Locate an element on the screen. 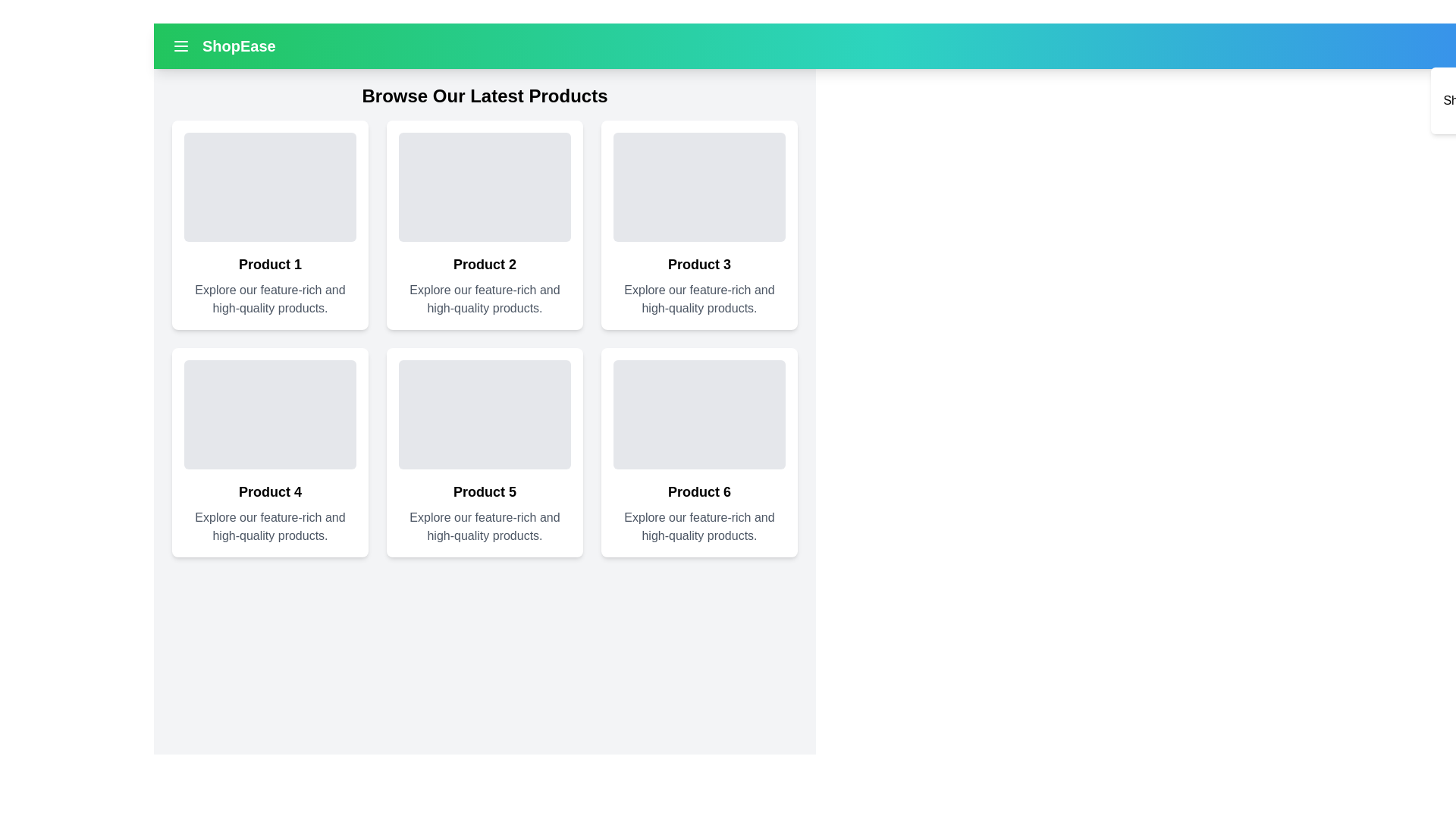 Image resolution: width=1456 pixels, height=819 pixels. text content of the header element located at the top of the product grid is located at coordinates (484, 96).